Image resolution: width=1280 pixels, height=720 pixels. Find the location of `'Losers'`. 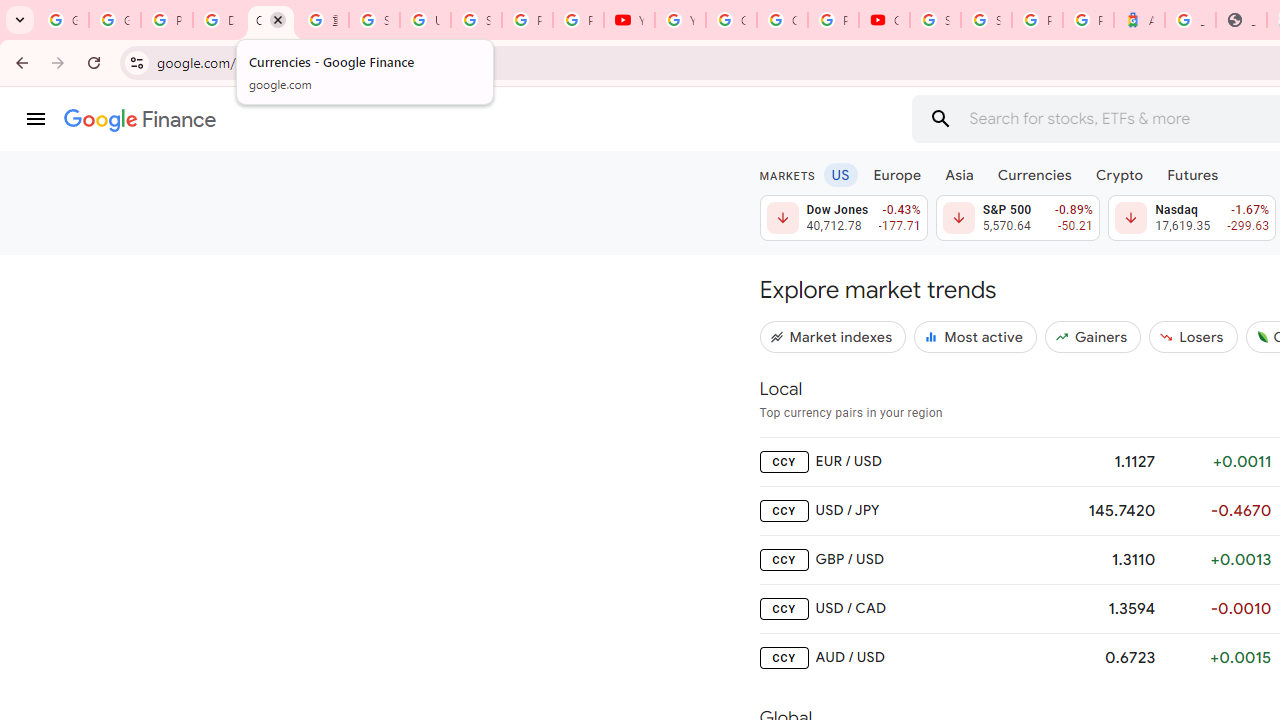

'Losers' is located at coordinates (1193, 335).